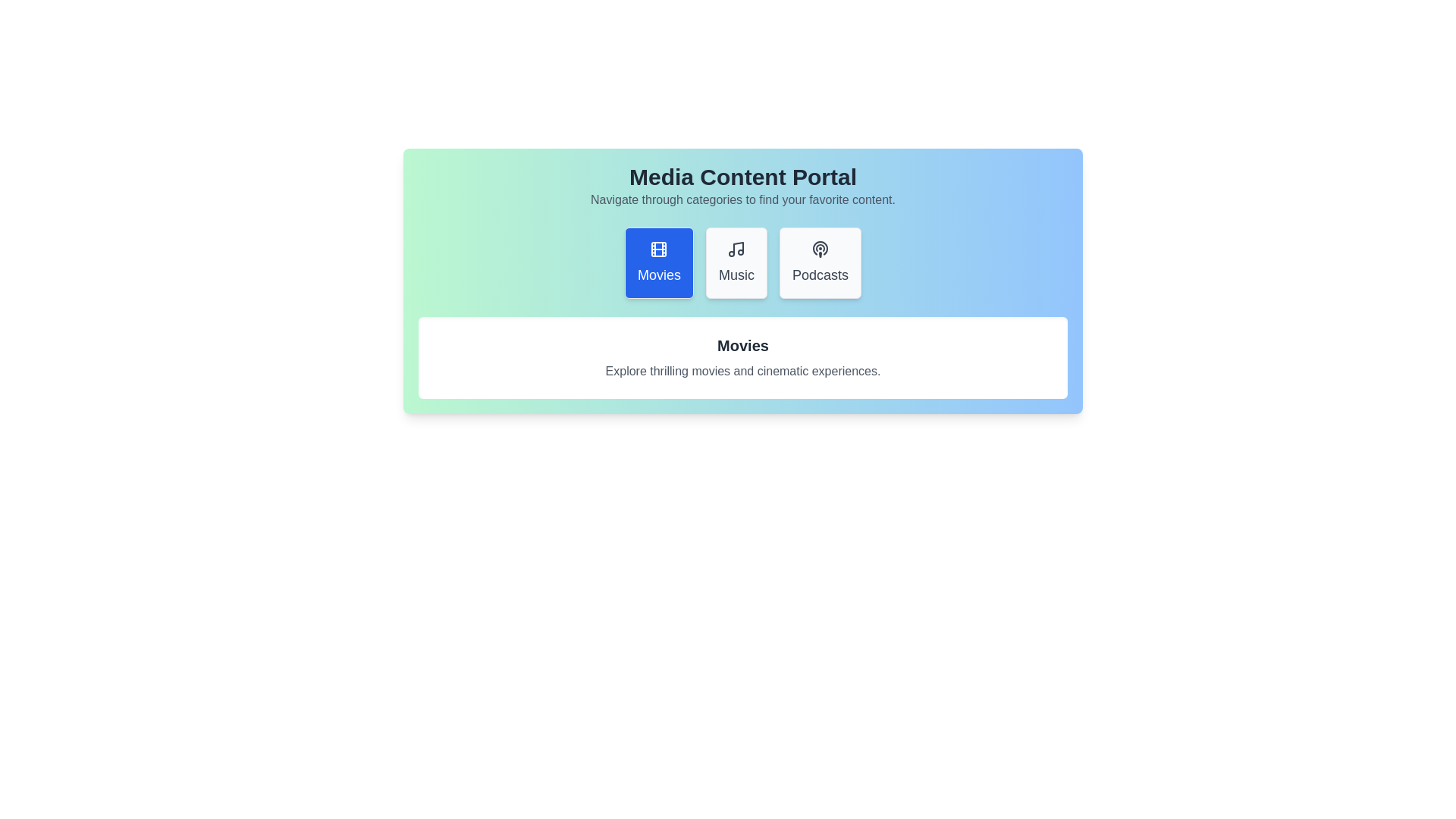 The height and width of the screenshot is (819, 1456). Describe the element at coordinates (658, 262) in the screenshot. I see `the button labeled Movies` at that location.